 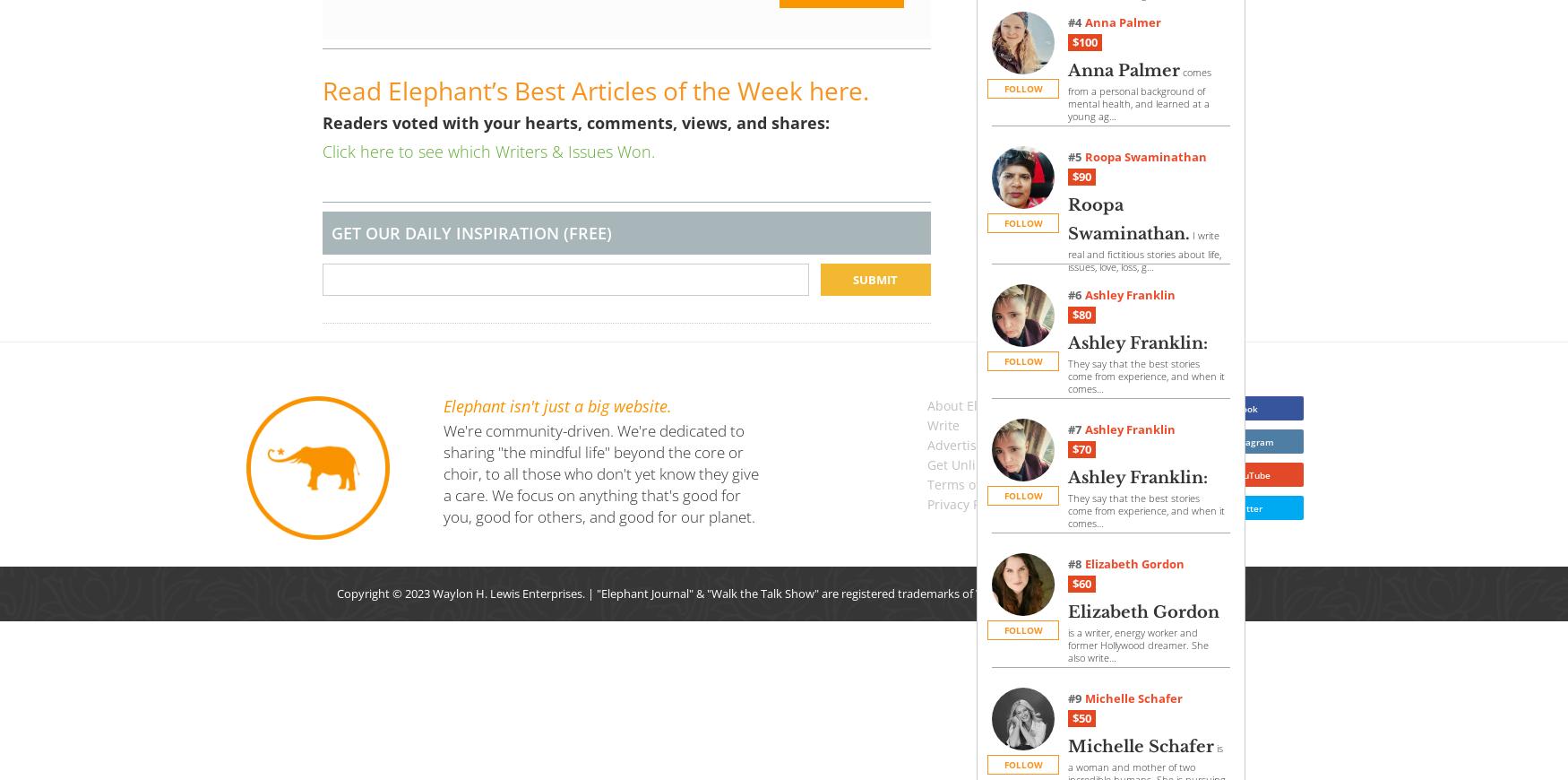 What do you see at coordinates (322, 90) in the screenshot?
I see `'Read Elephant’s Best Articles of the Week here.'` at bounding box center [322, 90].